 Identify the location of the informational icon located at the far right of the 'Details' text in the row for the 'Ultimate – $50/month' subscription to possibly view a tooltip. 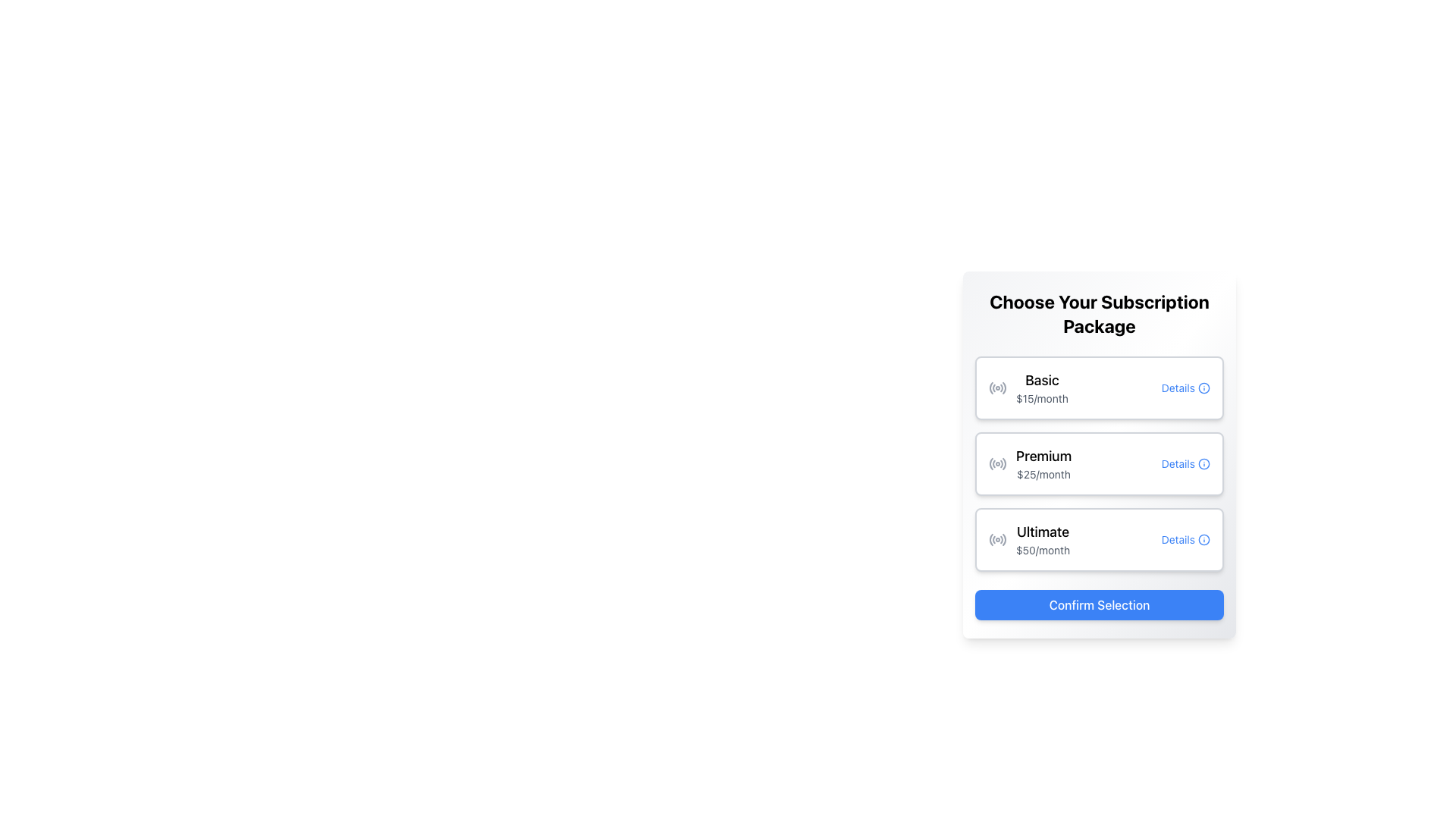
(1203, 539).